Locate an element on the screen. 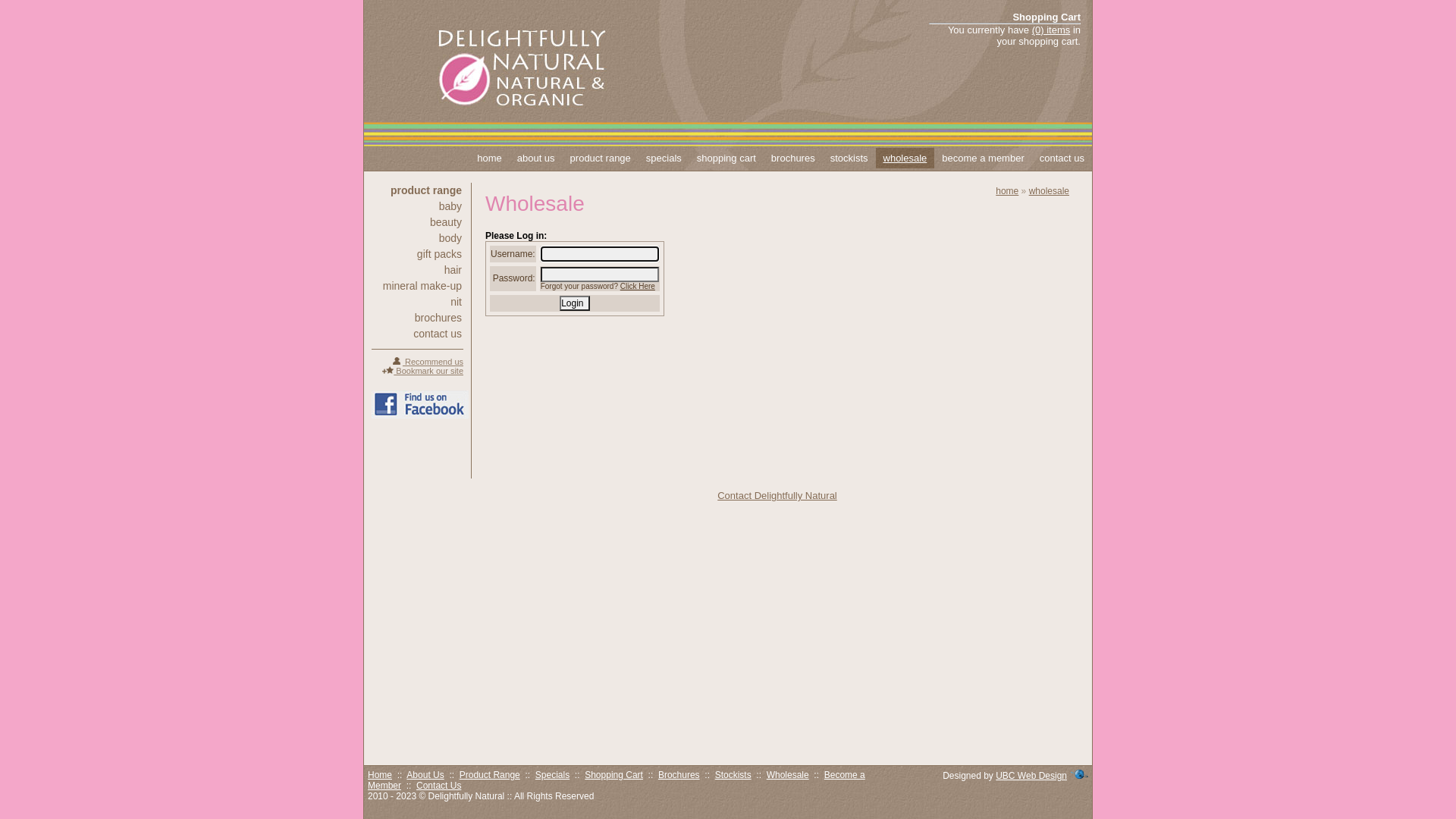 The image size is (1456, 819). 'product range' is located at coordinates (417, 189).